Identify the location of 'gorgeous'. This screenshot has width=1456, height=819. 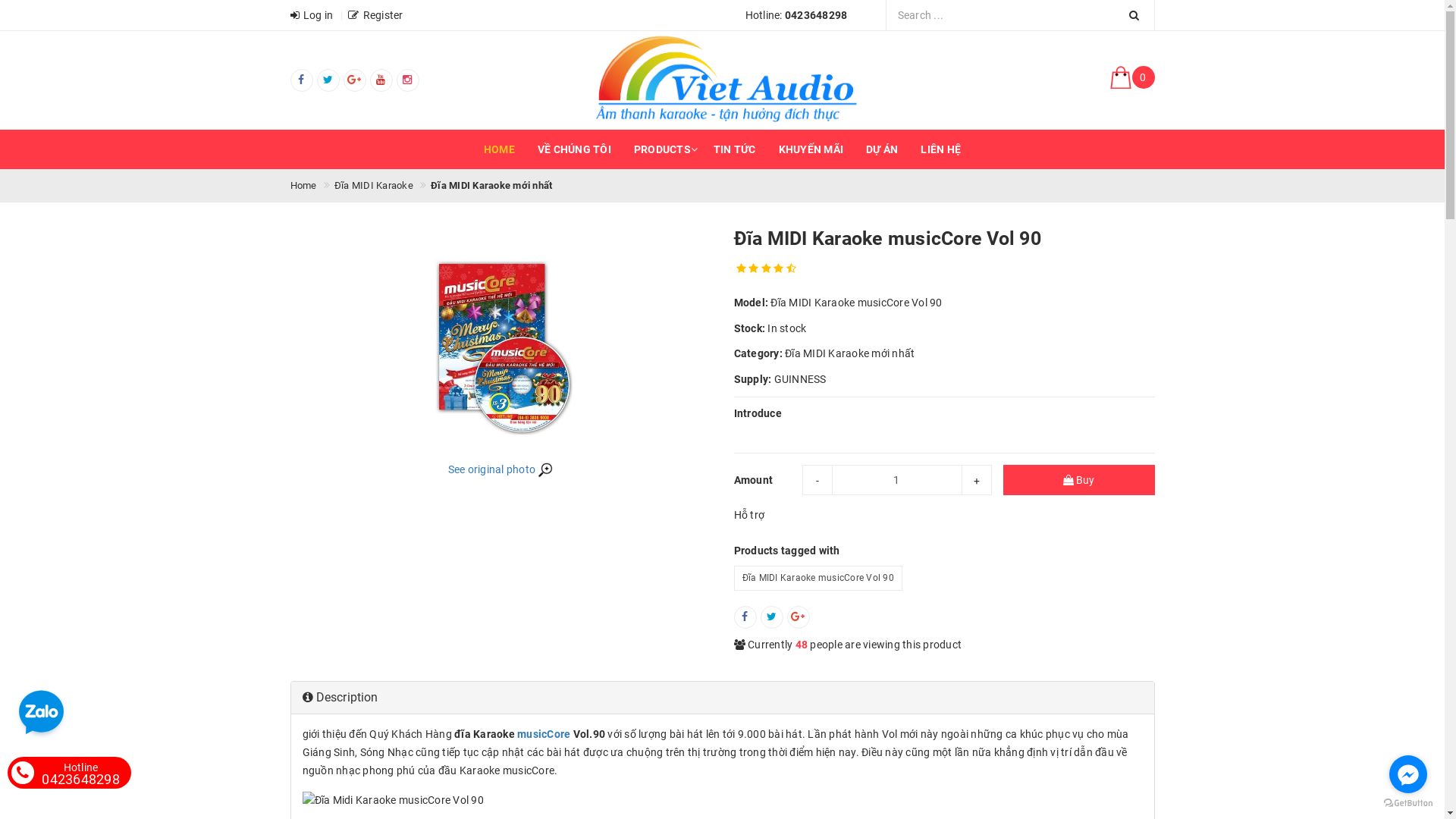
(740, 268).